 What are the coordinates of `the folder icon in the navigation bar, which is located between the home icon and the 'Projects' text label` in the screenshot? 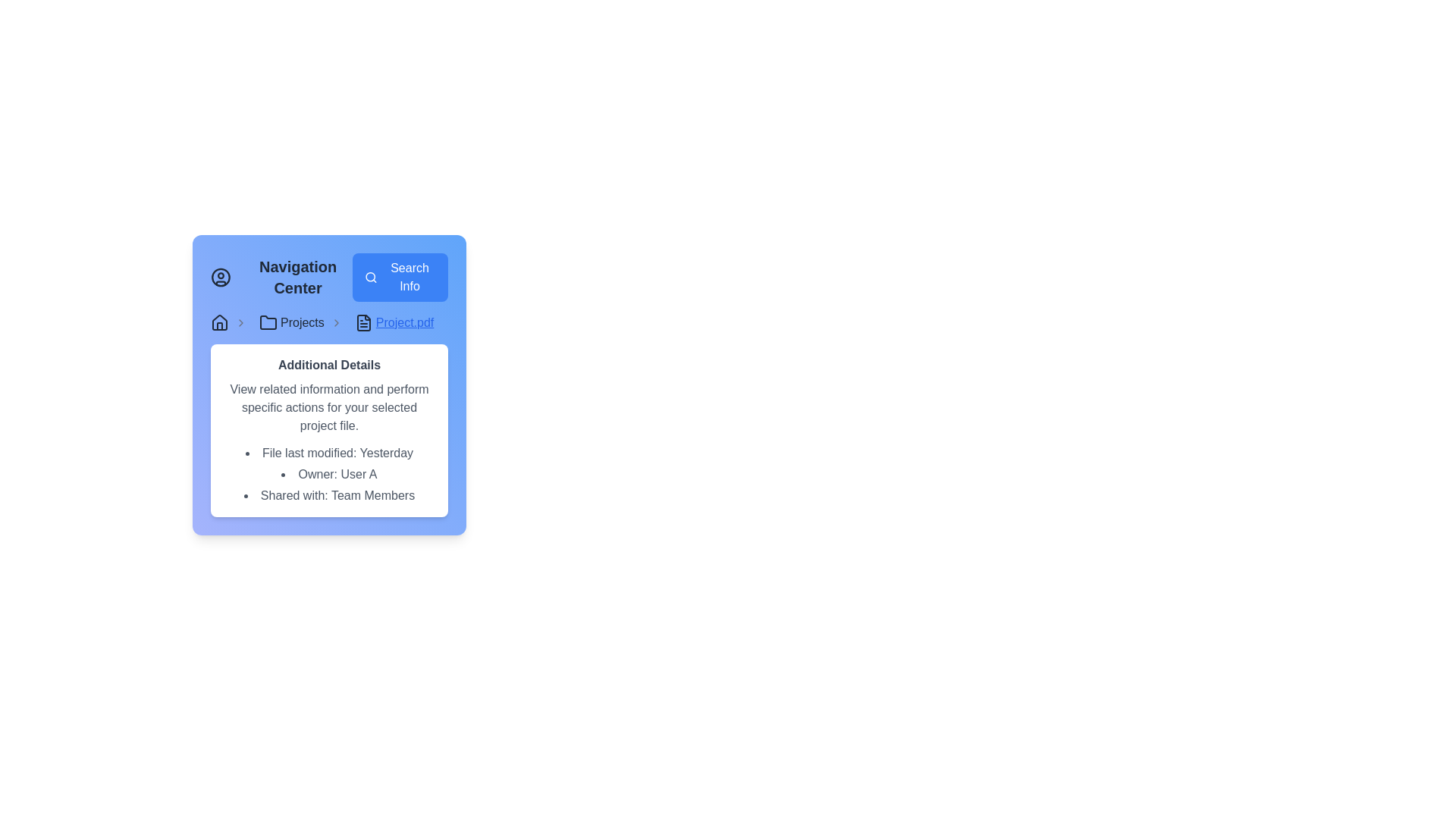 It's located at (268, 322).